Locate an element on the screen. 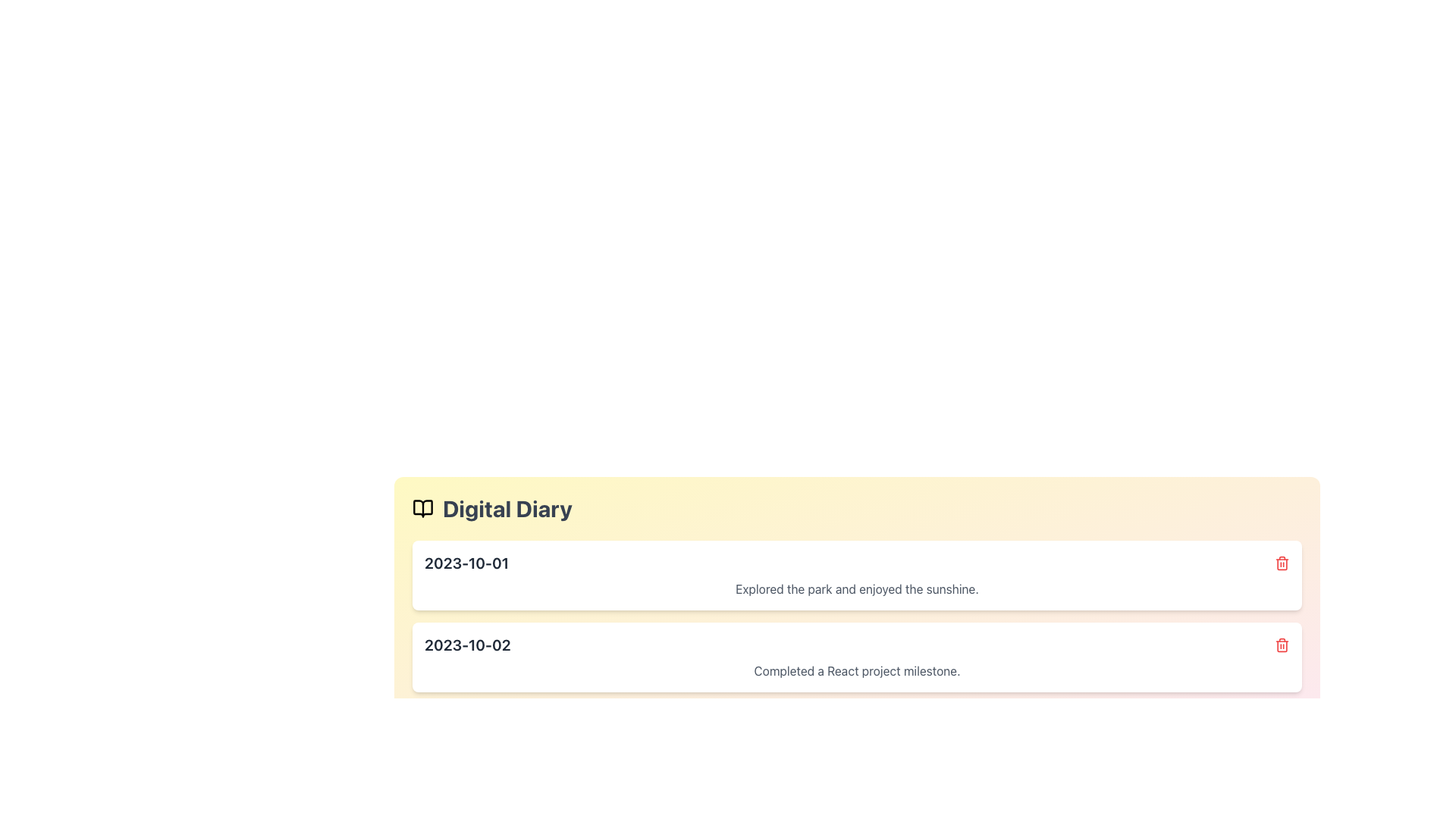 Image resolution: width=1456 pixels, height=819 pixels. the circular SVG element styled as a basic circle, located at the bottom-right corner of a card containing diary entries is located at coordinates (1281, 719).